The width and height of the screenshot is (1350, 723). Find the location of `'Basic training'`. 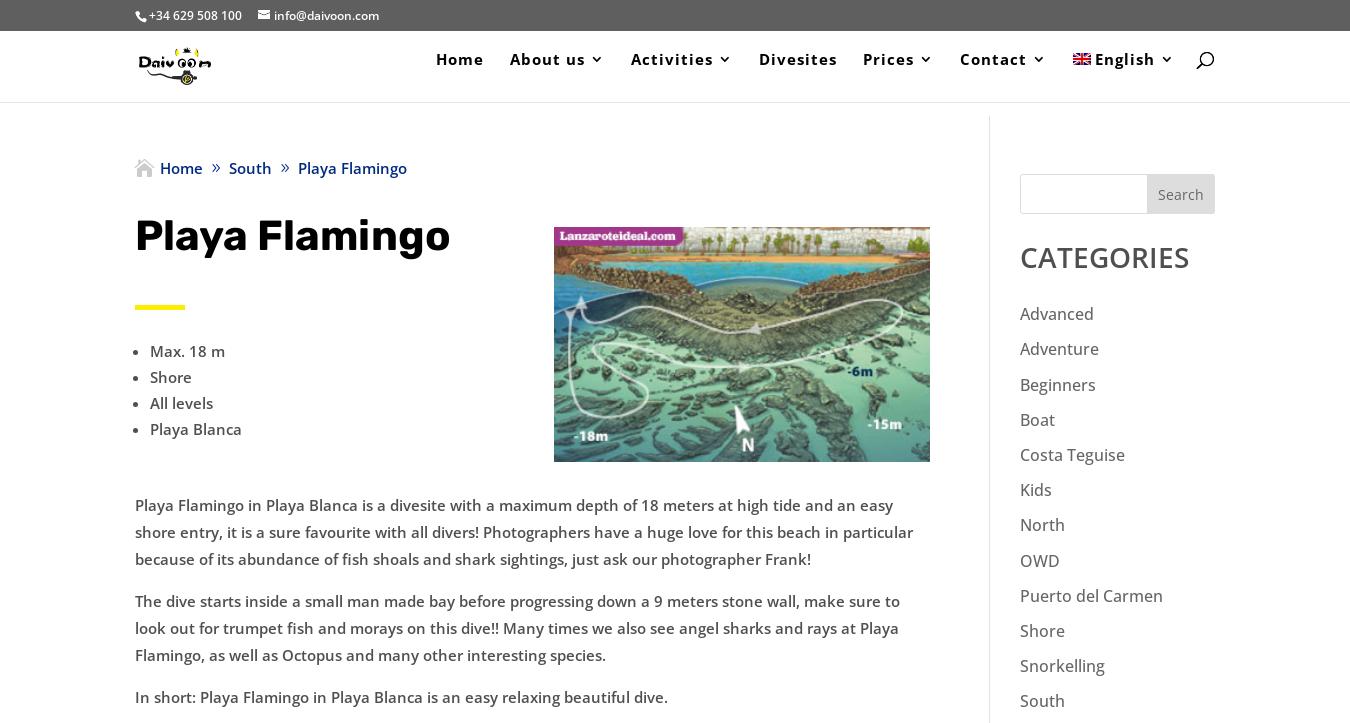

'Basic training' is located at coordinates (968, 239).